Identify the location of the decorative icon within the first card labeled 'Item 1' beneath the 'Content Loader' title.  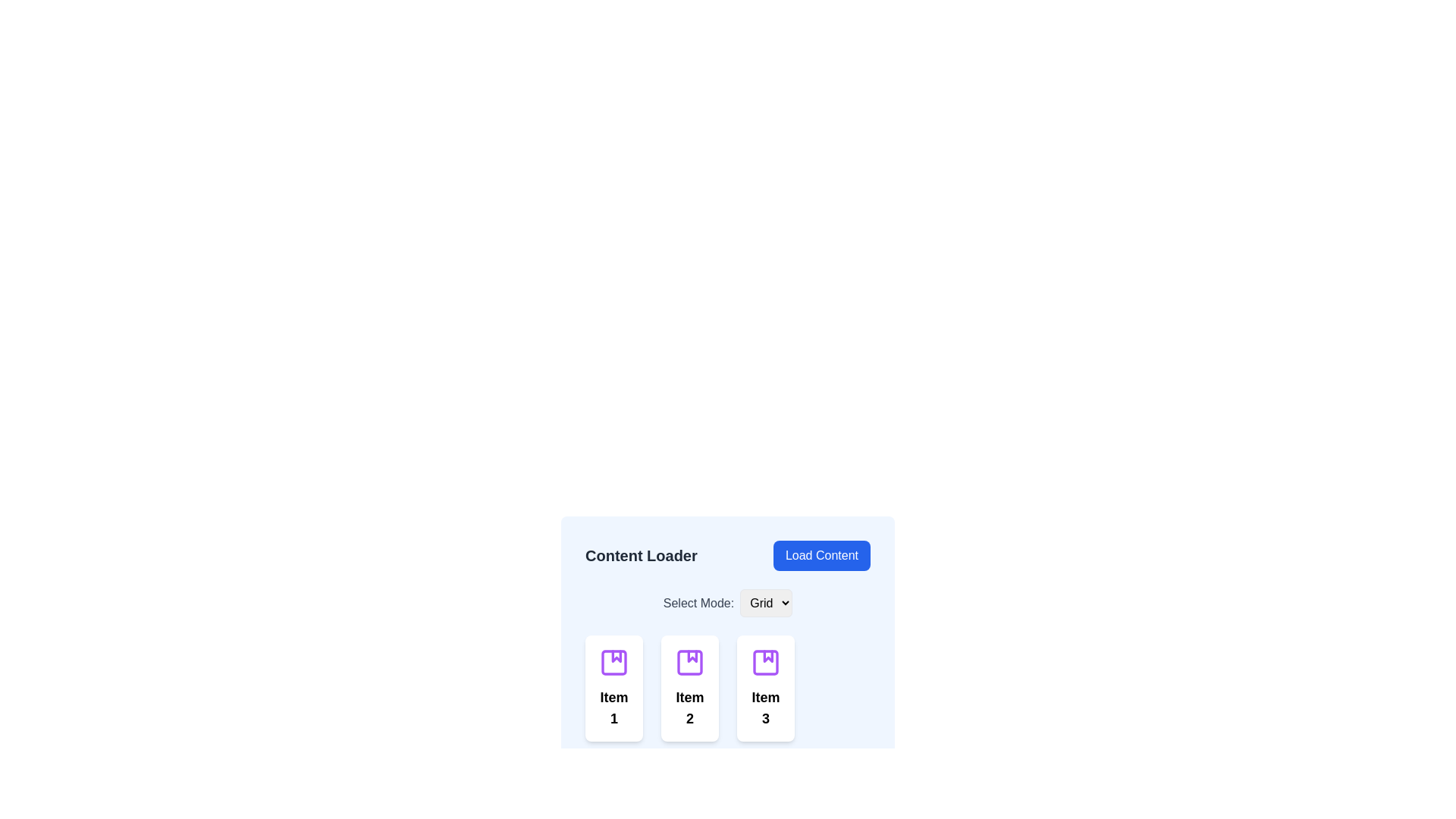
(617, 655).